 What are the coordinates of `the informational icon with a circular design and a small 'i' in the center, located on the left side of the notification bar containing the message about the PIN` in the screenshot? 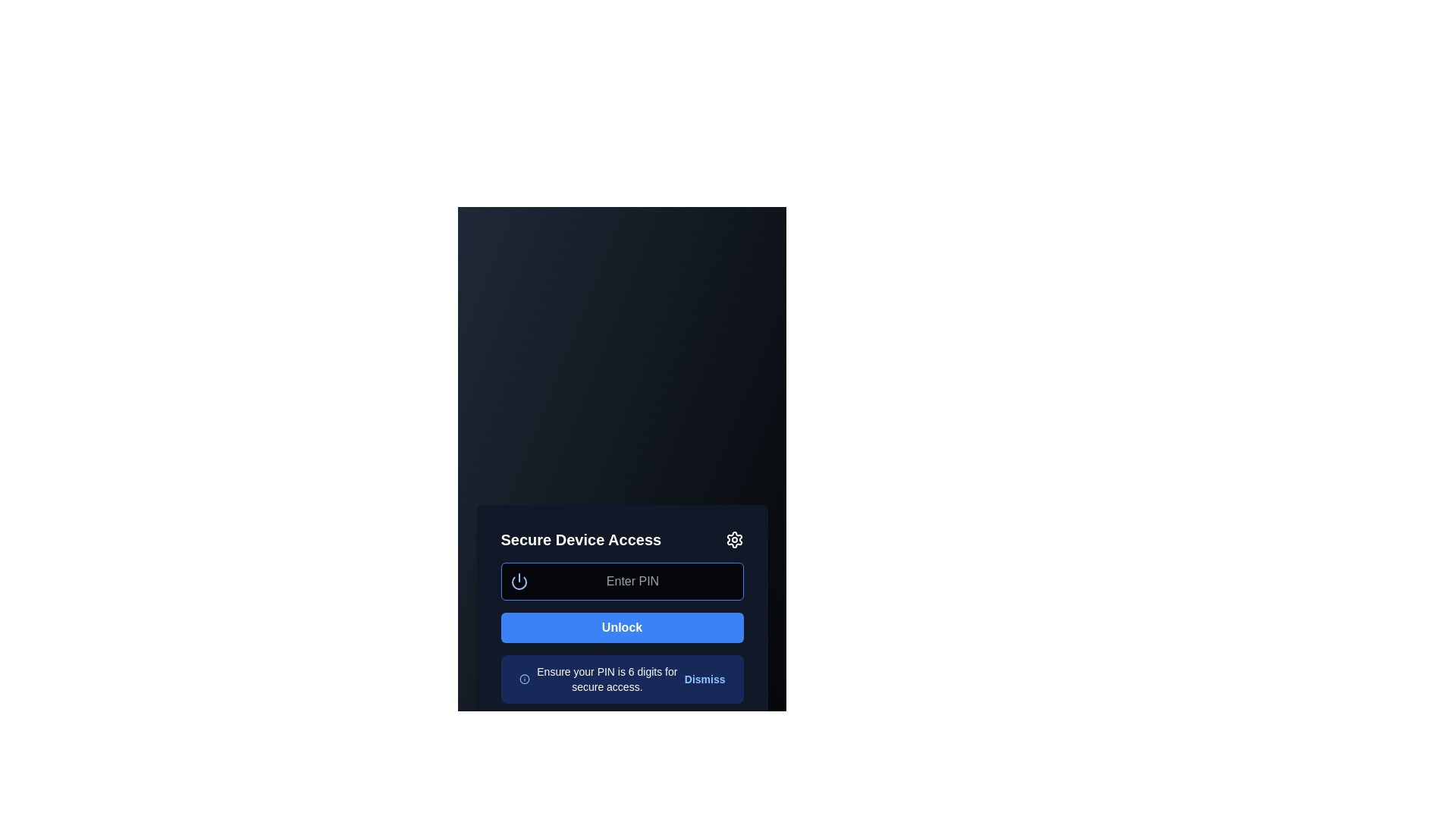 It's located at (524, 678).